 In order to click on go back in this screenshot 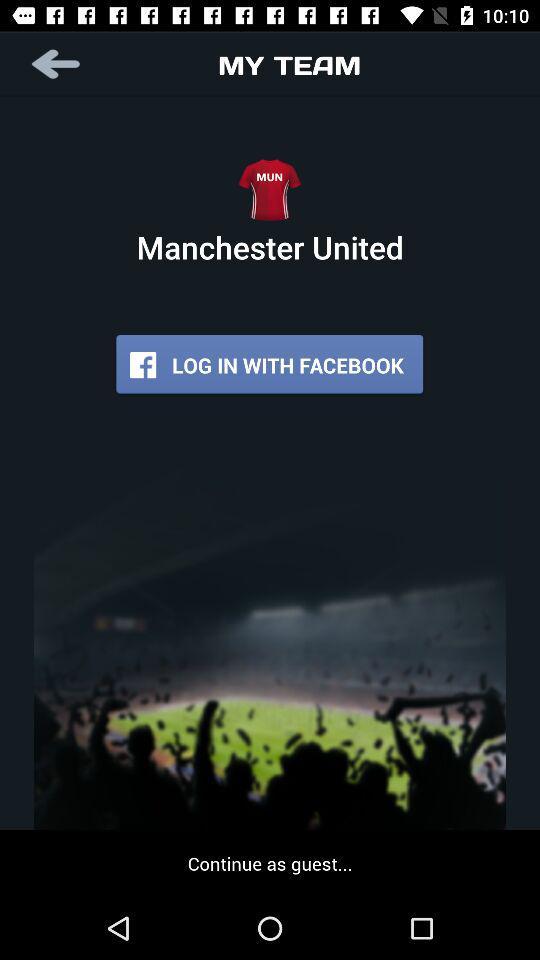, I will do `click(57, 64)`.